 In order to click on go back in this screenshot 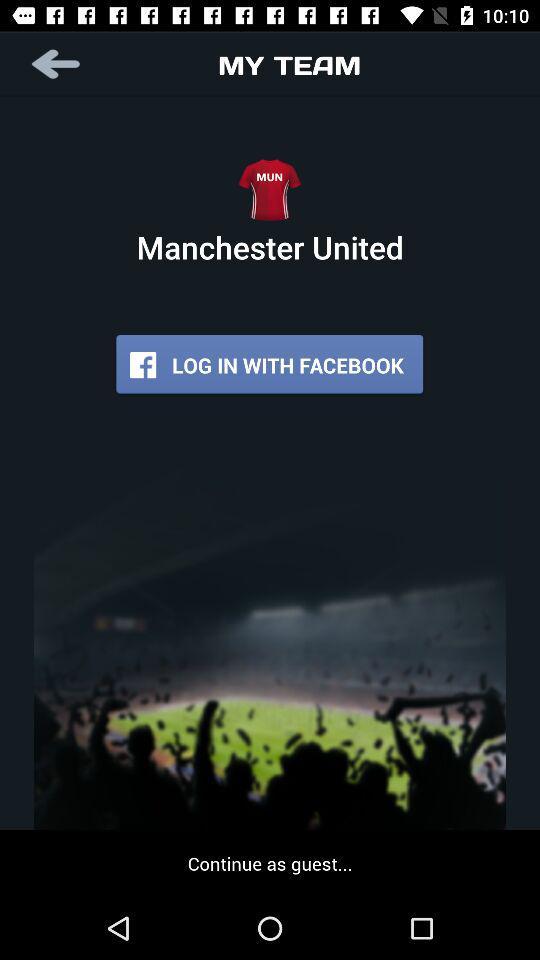, I will do `click(57, 64)`.